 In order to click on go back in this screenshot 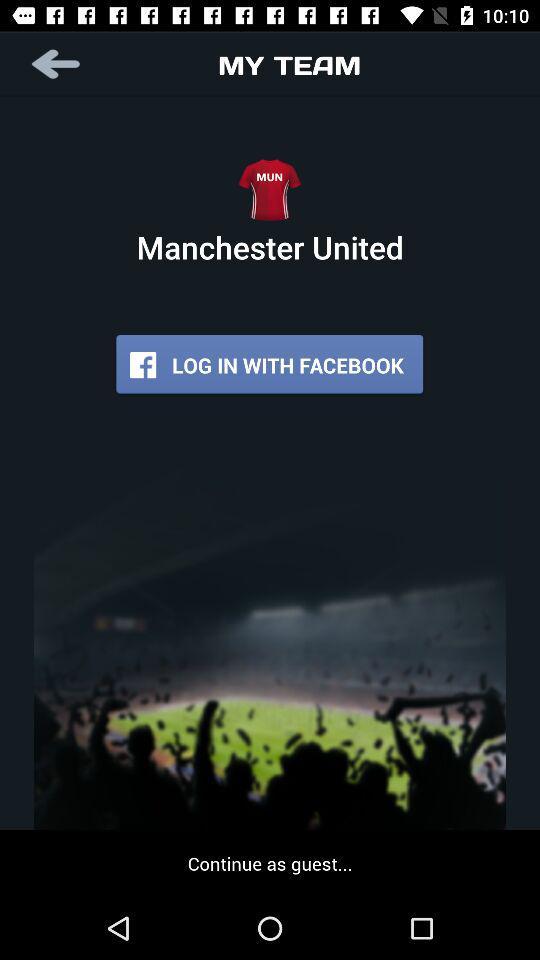, I will do `click(57, 64)`.